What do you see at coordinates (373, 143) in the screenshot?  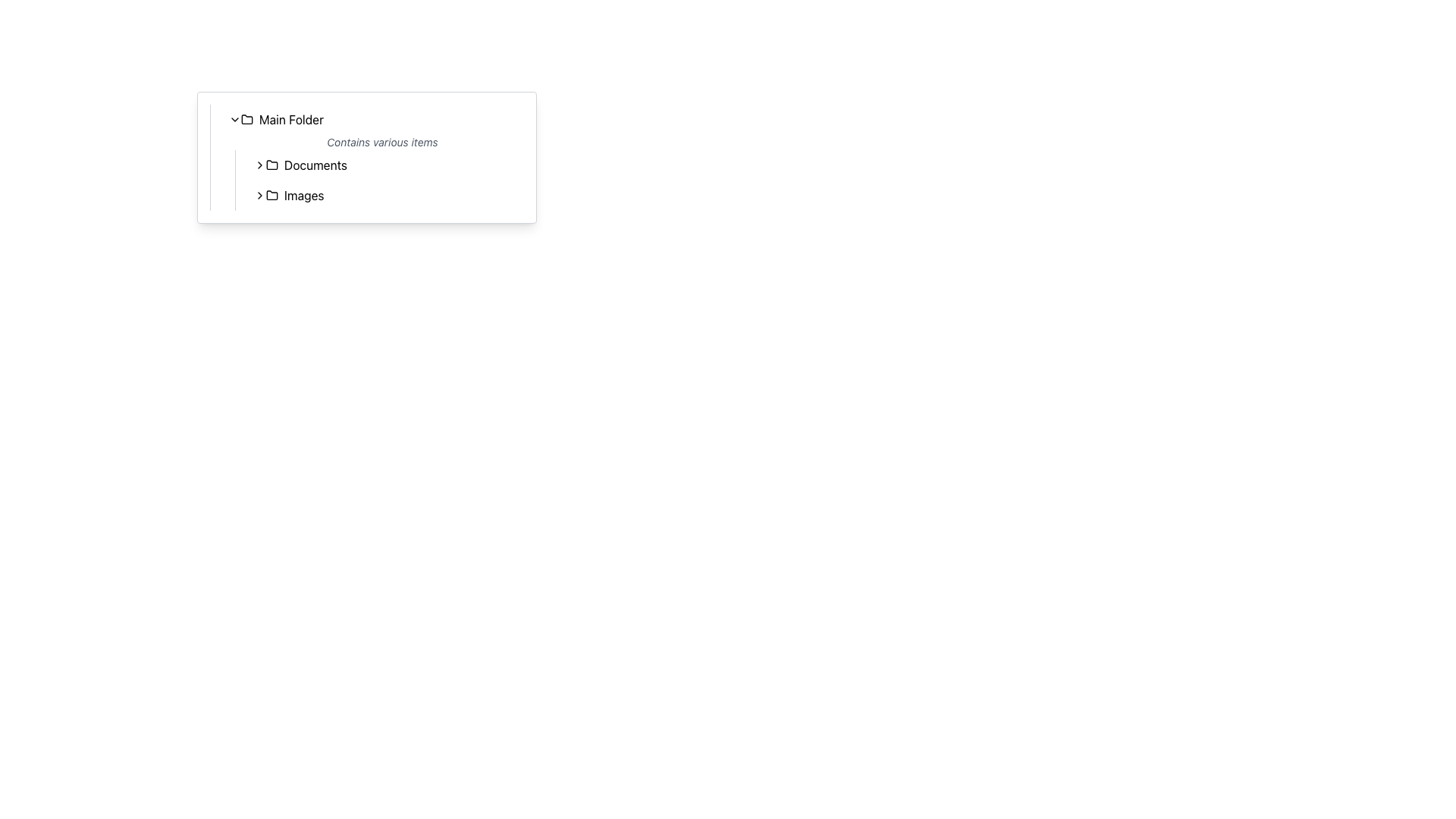 I see `the text label that serves as a descriptor for the 'Main Folder', which is positioned directly below the 'Main Folder' label and above the 'Documents' label` at bounding box center [373, 143].